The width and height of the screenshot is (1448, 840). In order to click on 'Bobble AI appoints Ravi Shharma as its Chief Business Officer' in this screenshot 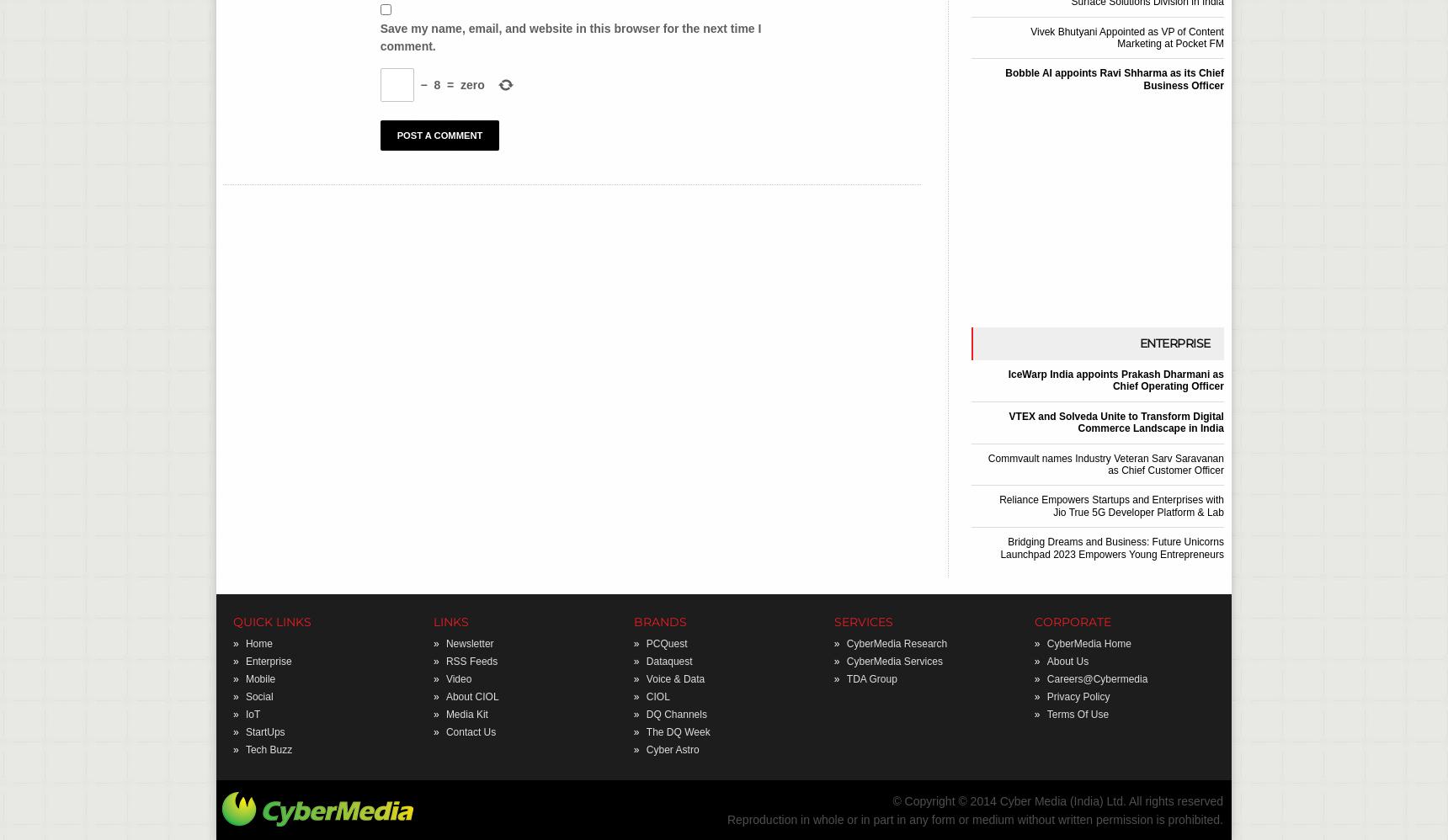, I will do `click(1113, 78)`.